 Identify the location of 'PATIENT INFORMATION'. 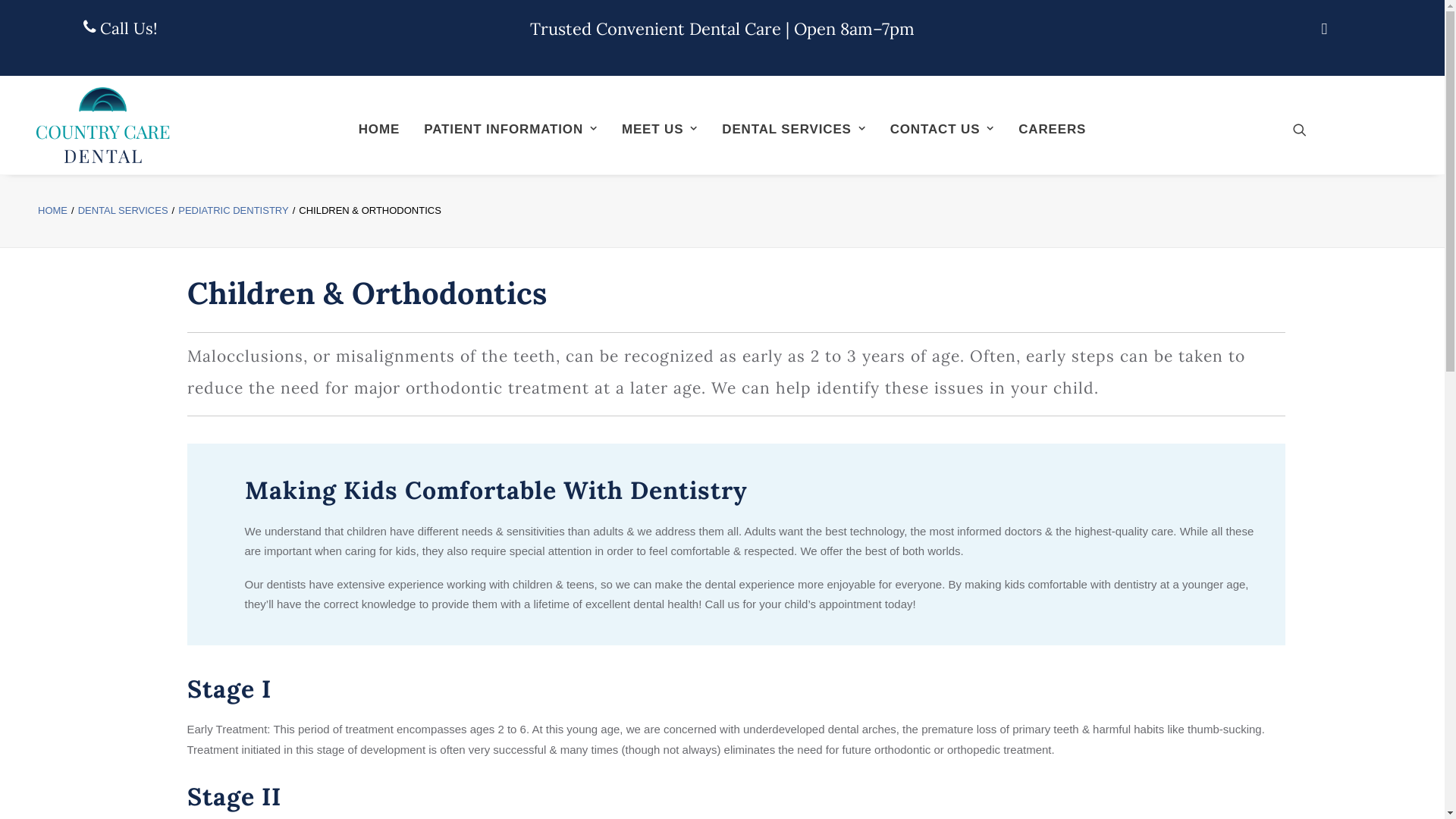
(510, 127).